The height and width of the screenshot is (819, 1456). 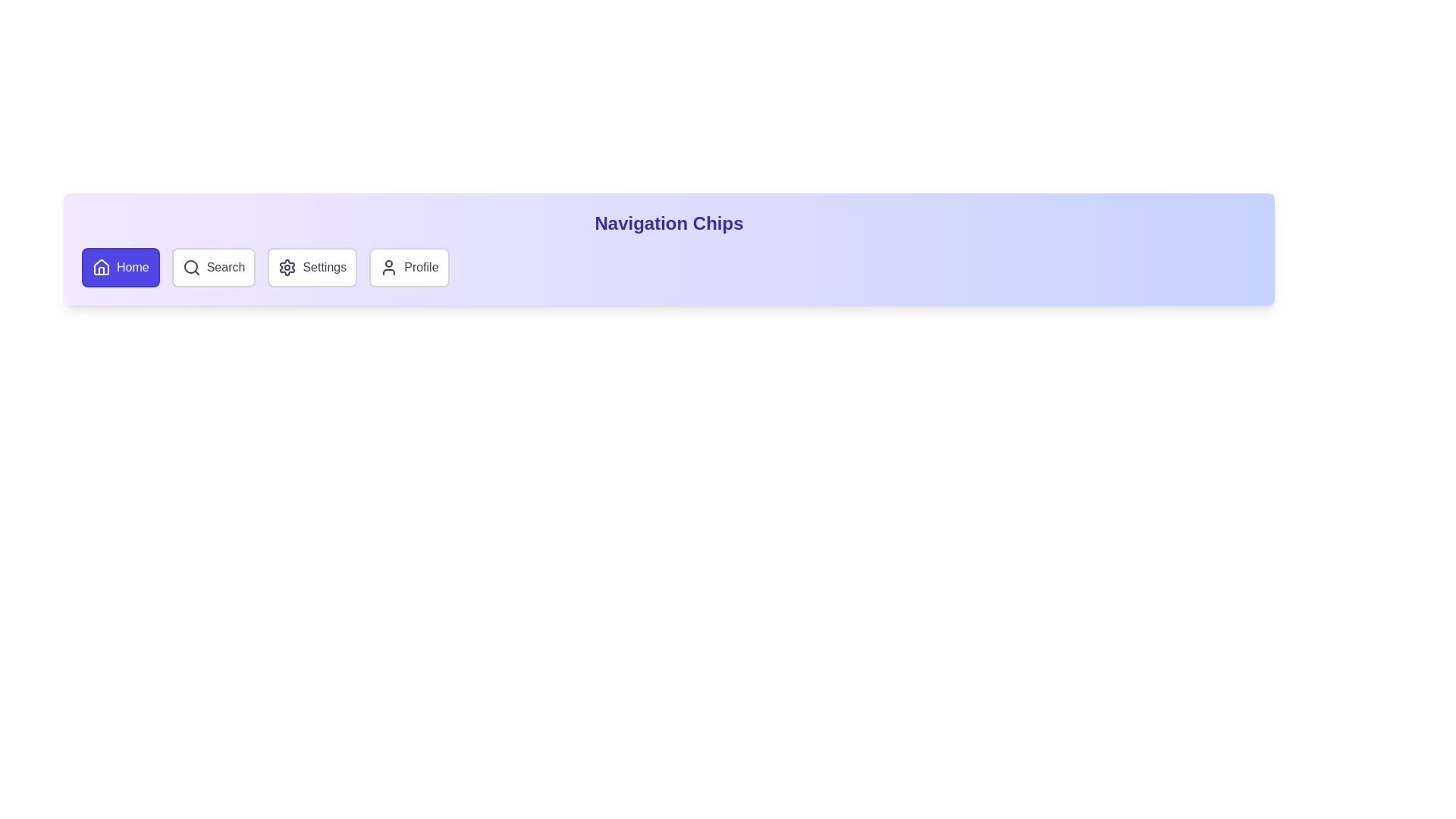 I want to click on the chip labeled Profile to activate it, so click(x=409, y=267).